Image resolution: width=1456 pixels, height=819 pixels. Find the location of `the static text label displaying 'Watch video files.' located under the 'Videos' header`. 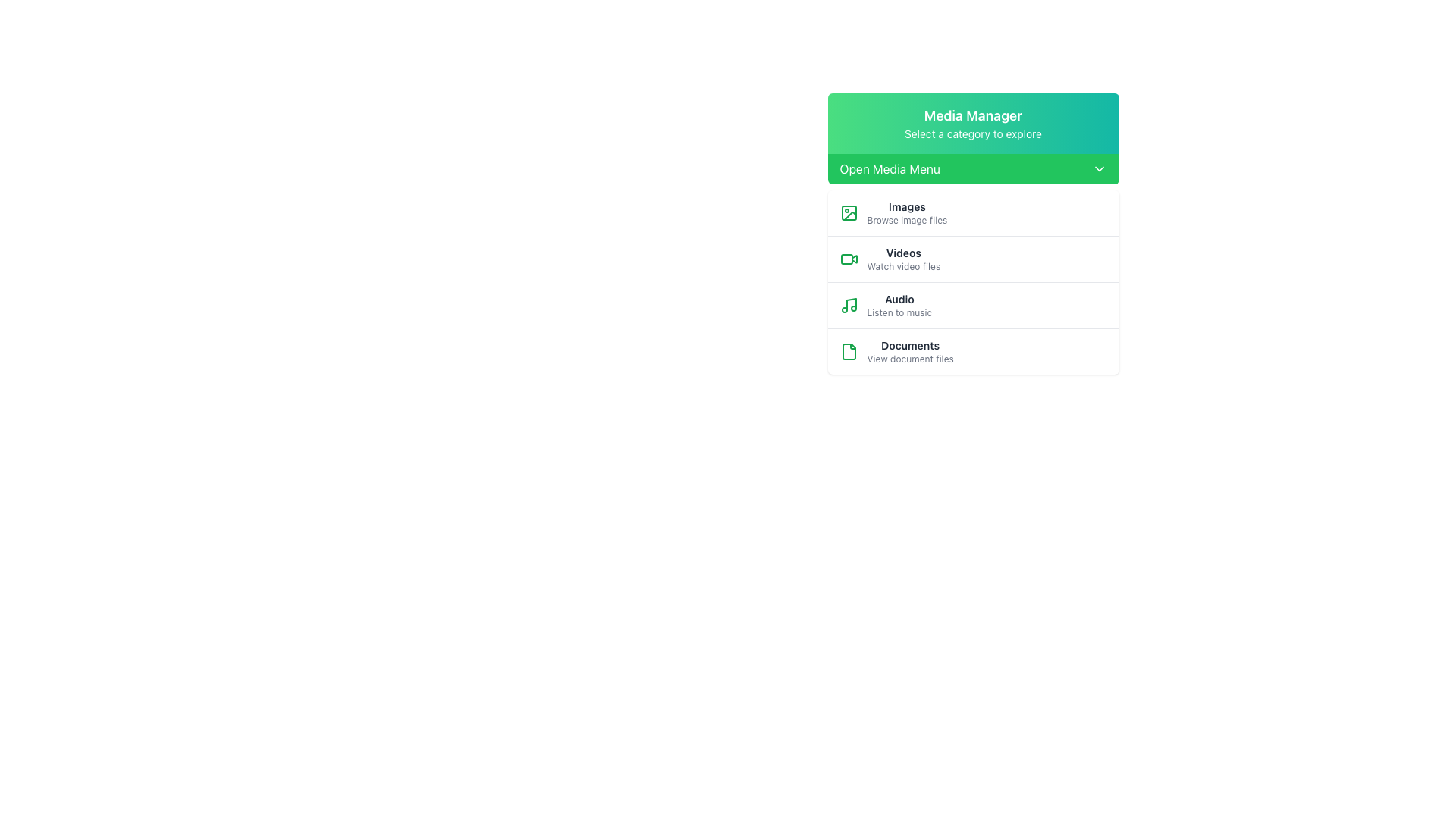

the static text label displaying 'Watch video files.' located under the 'Videos' header is located at coordinates (903, 265).